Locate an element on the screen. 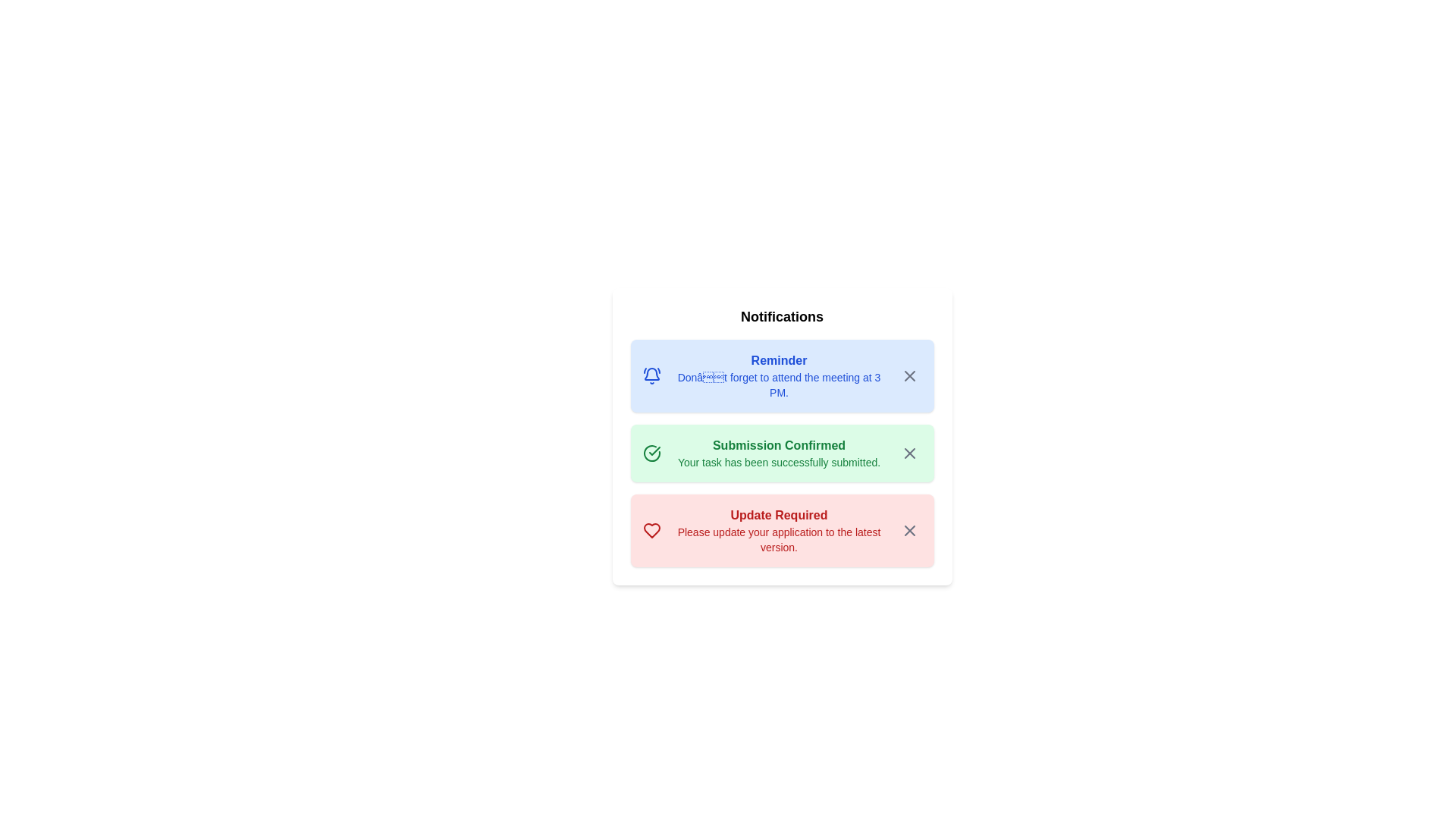  the notification icon corresponding to Submission Confirmed is located at coordinates (897, 441).